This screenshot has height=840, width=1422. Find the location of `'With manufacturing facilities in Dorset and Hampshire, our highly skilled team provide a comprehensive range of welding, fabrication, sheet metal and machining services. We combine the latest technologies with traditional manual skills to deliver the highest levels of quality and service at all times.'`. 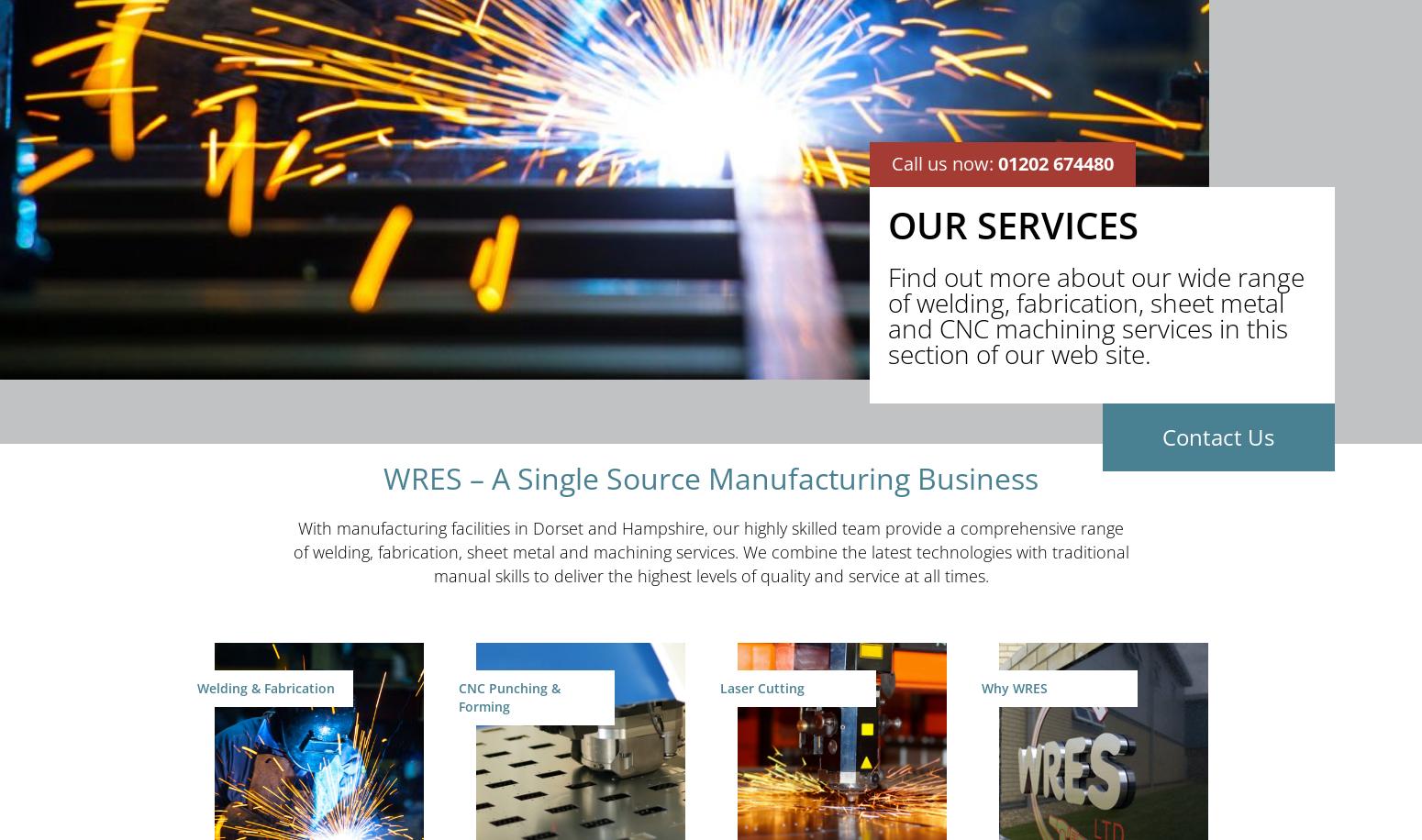

'With manufacturing facilities in Dorset and Hampshire, our highly skilled team provide a comprehensive range of welding, fabrication, sheet metal and machining services. We combine the latest technologies with traditional manual skills to deliver the highest levels of quality and service at all times.' is located at coordinates (710, 551).